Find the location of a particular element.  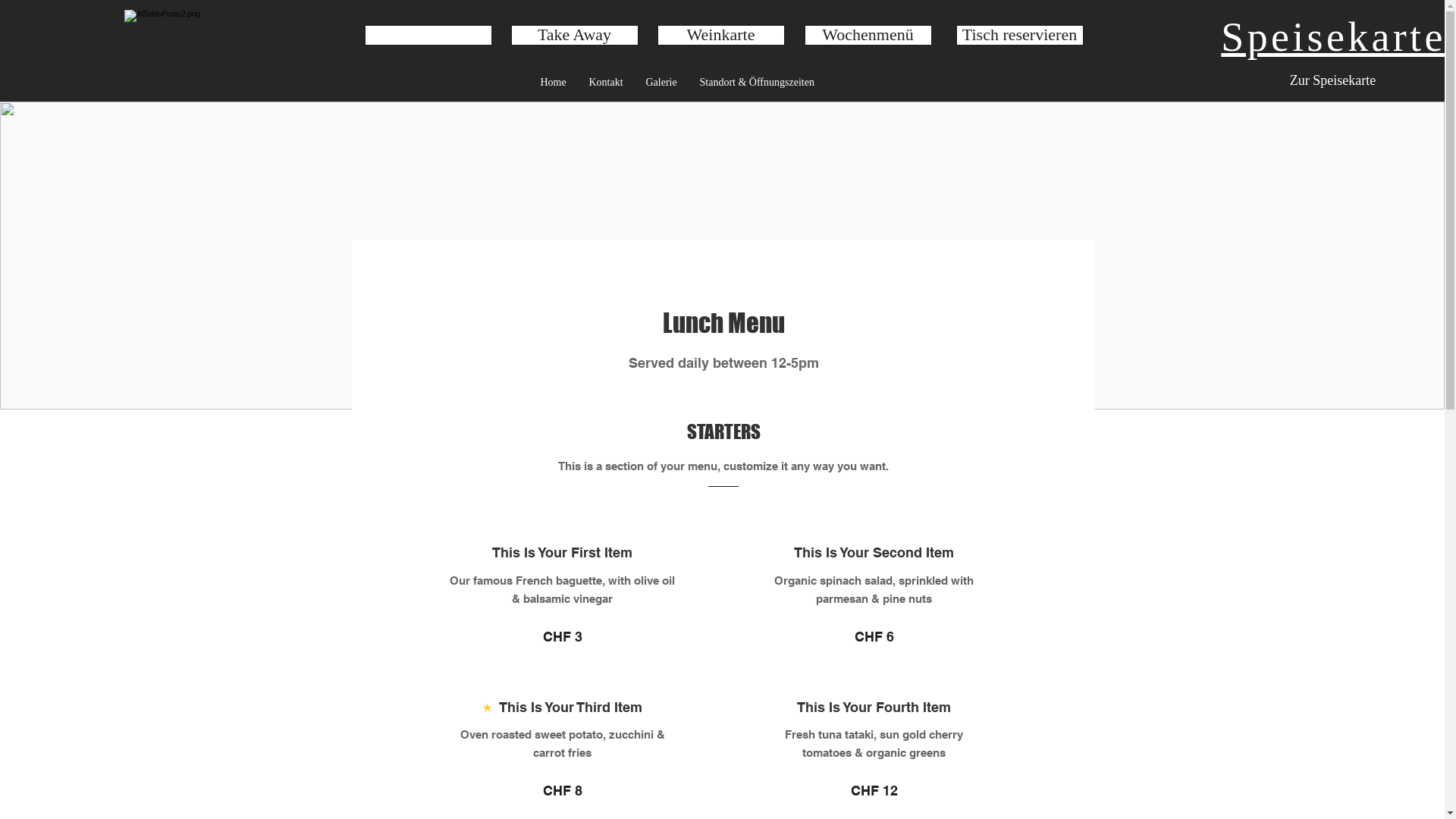

'Galerie' is located at coordinates (633, 82).